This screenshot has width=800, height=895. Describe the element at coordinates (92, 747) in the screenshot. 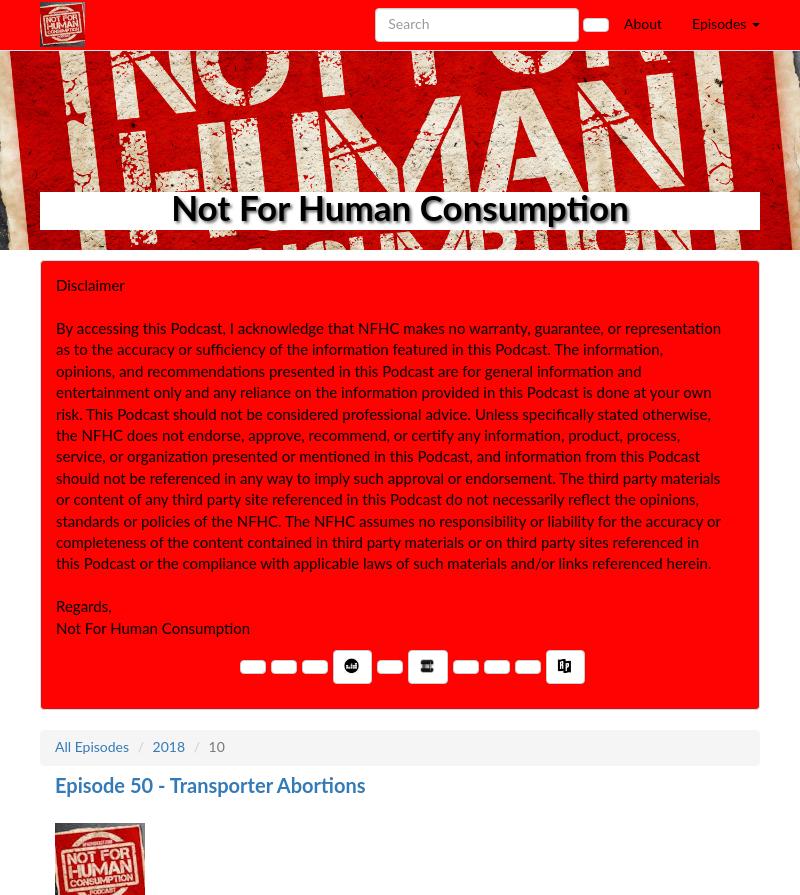

I see `'All Episodes'` at that location.